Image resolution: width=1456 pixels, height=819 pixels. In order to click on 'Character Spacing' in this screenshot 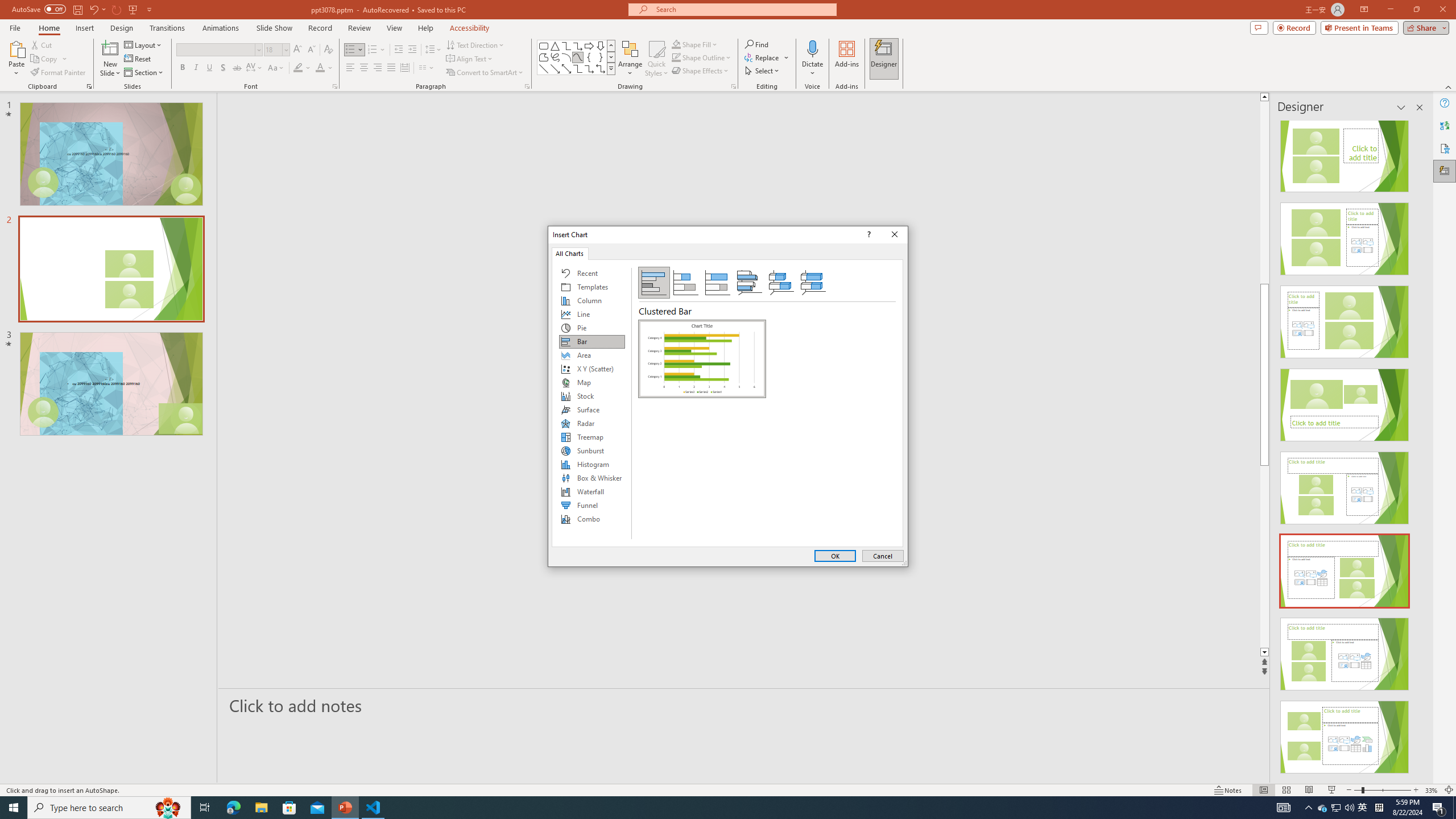, I will do `click(255, 67)`.